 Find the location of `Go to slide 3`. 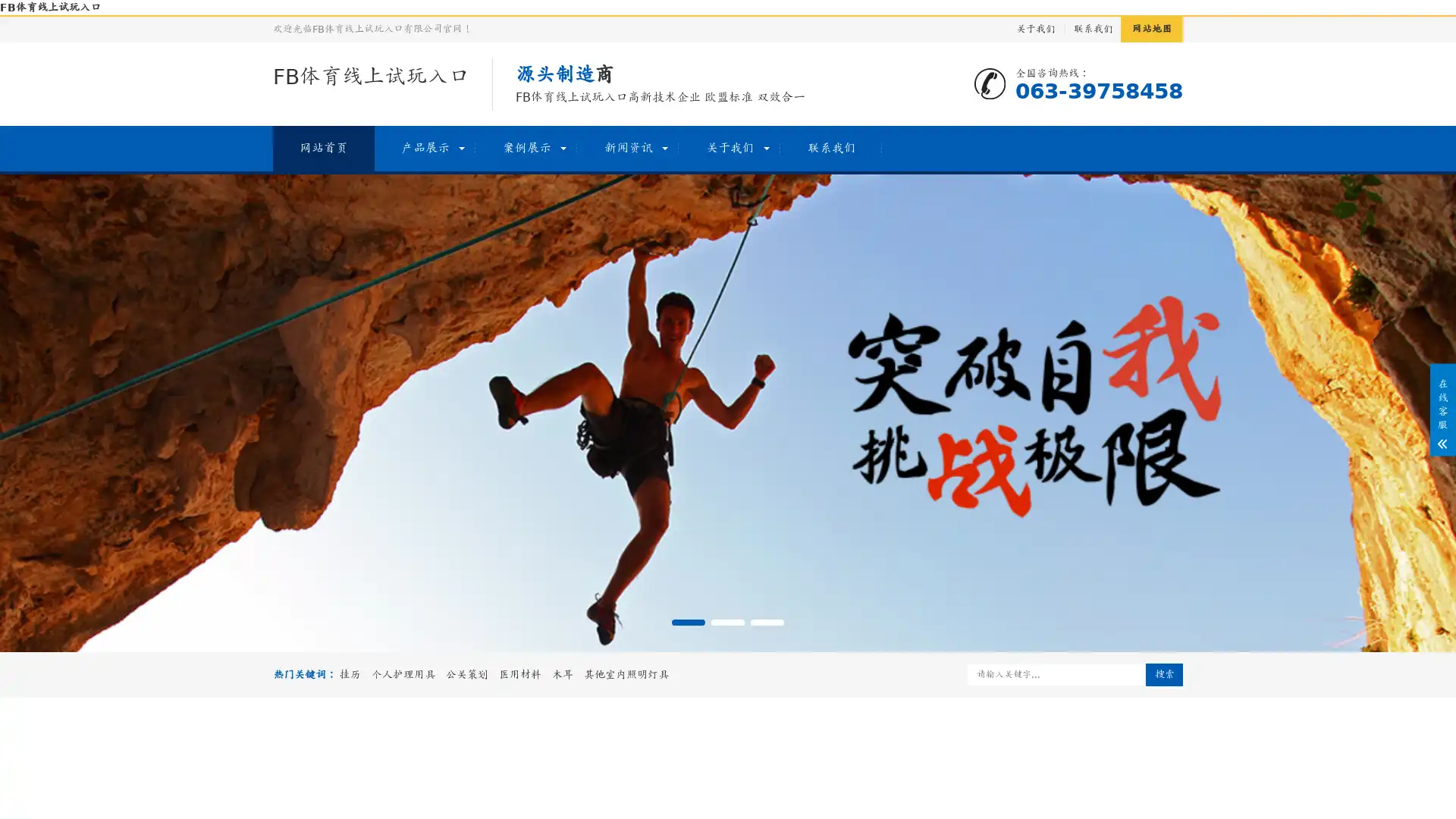

Go to slide 3 is located at coordinates (767, 623).